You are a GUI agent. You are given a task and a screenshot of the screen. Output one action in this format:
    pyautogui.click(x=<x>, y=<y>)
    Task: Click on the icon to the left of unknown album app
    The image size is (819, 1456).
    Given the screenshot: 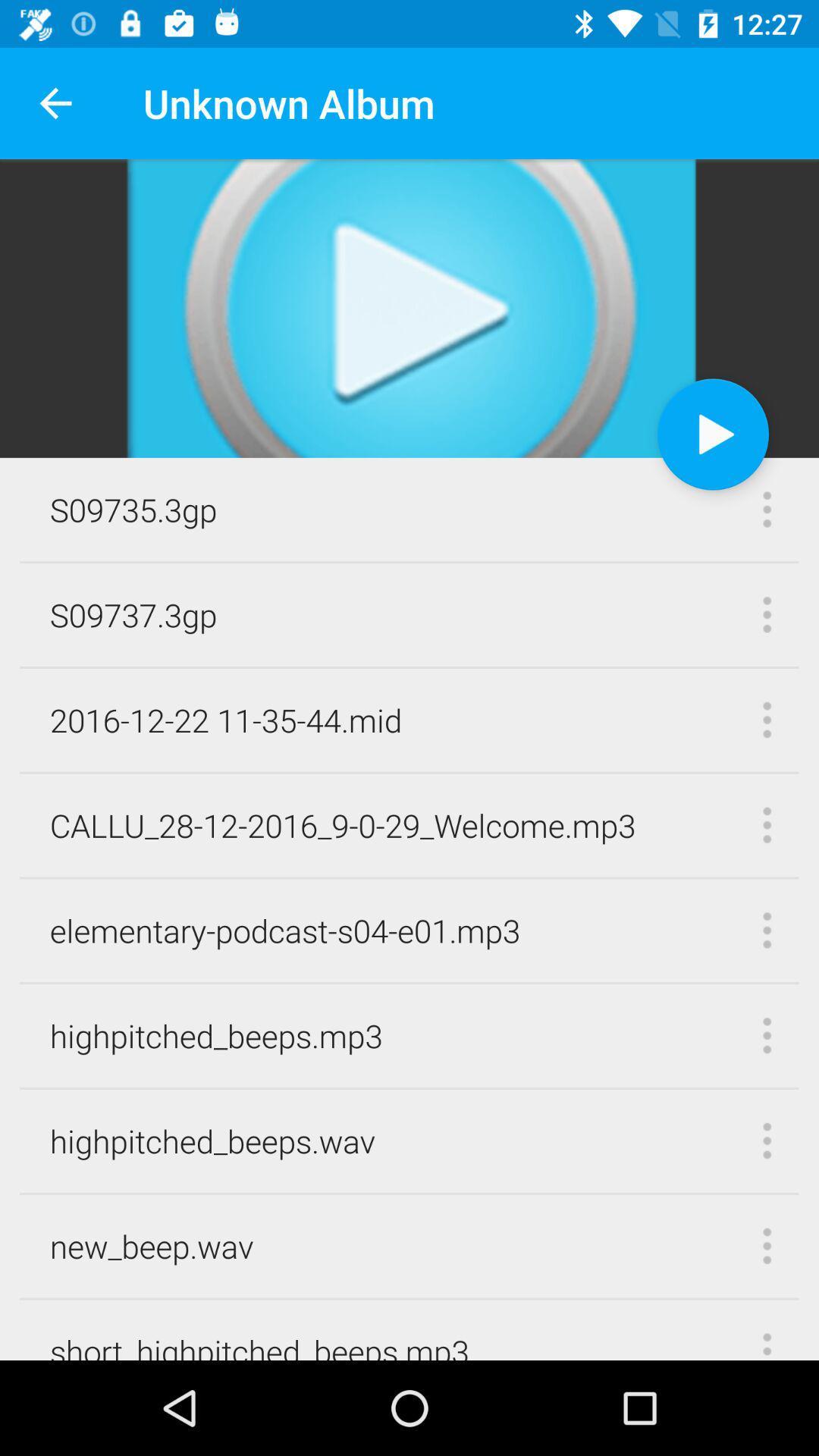 What is the action you would take?
    pyautogui.click(x=55, y=102)
    